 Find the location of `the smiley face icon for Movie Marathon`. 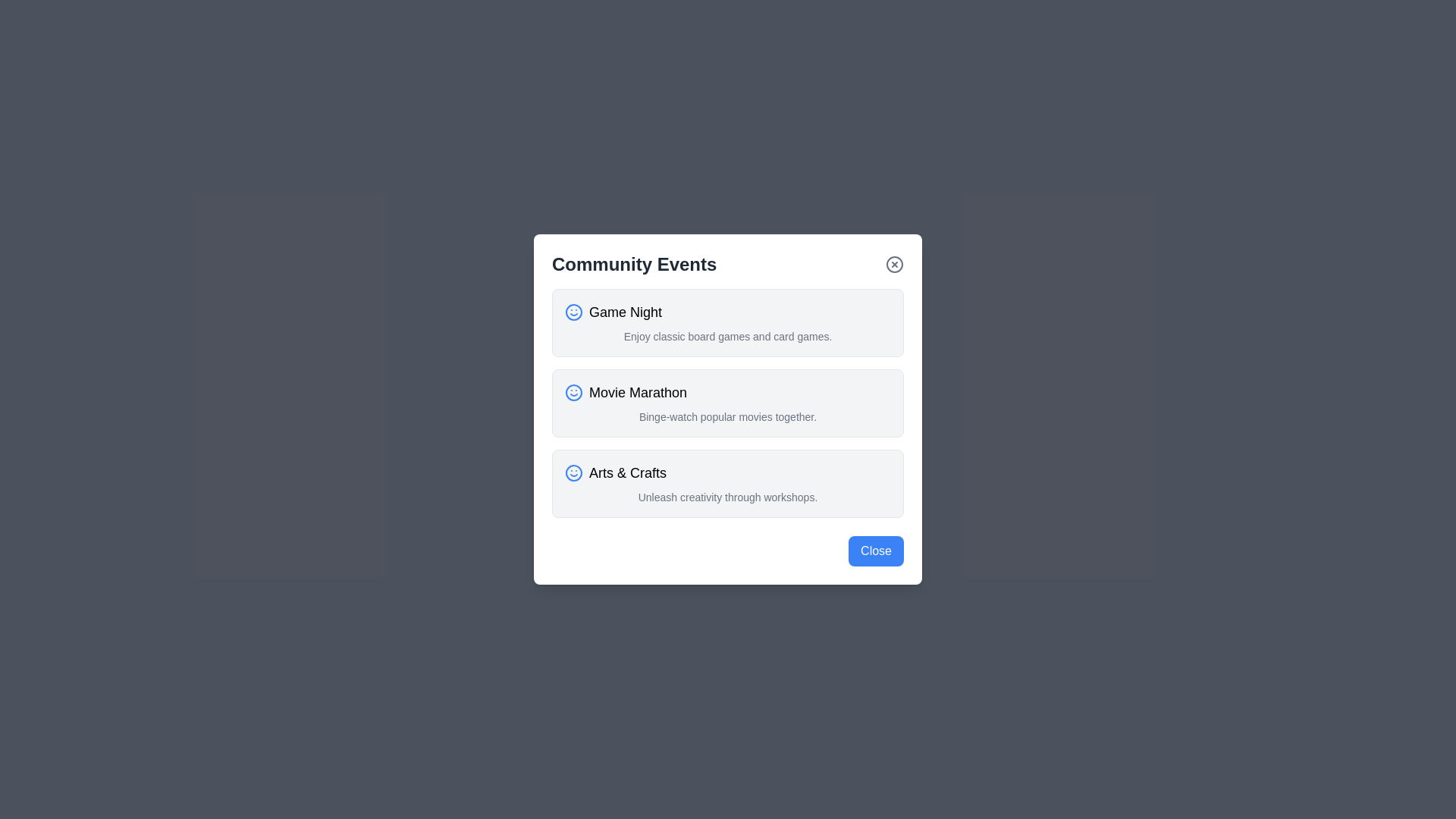

the smiley face icon for Movie Marathon is located at coordinates (573, 391).